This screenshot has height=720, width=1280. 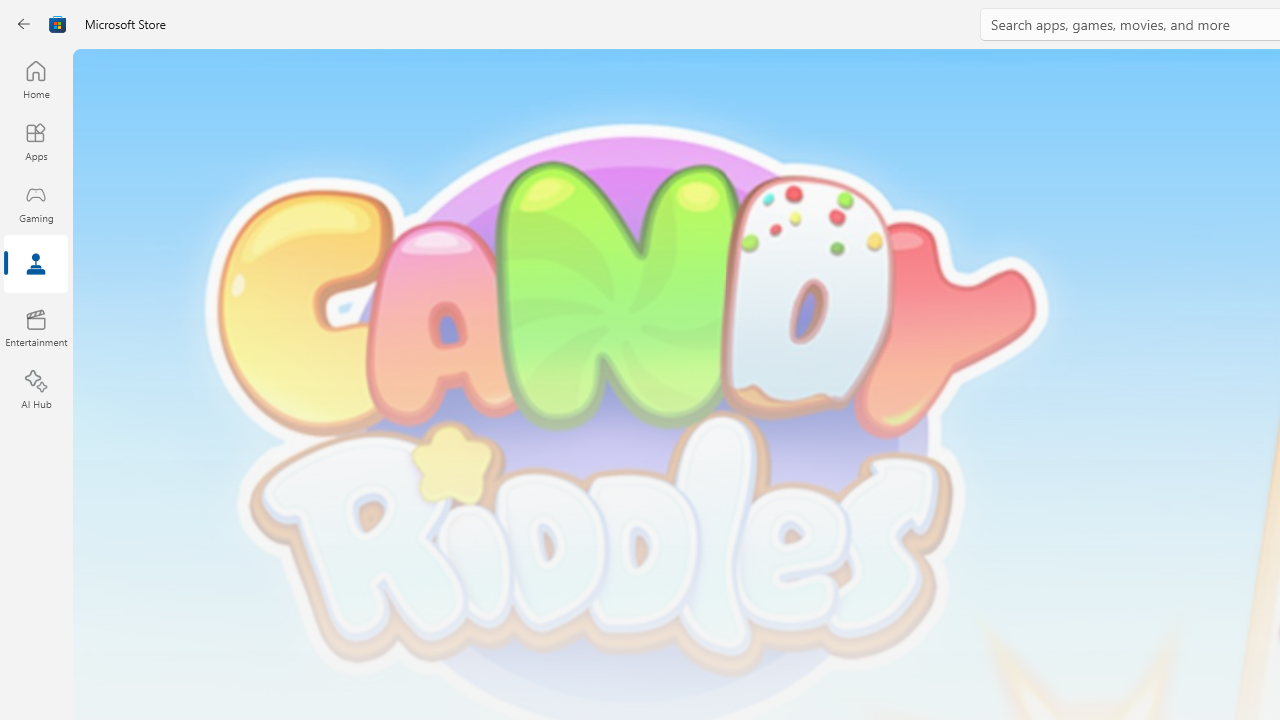 I want to click on 'AI Hub', so click(x=35, y=390).